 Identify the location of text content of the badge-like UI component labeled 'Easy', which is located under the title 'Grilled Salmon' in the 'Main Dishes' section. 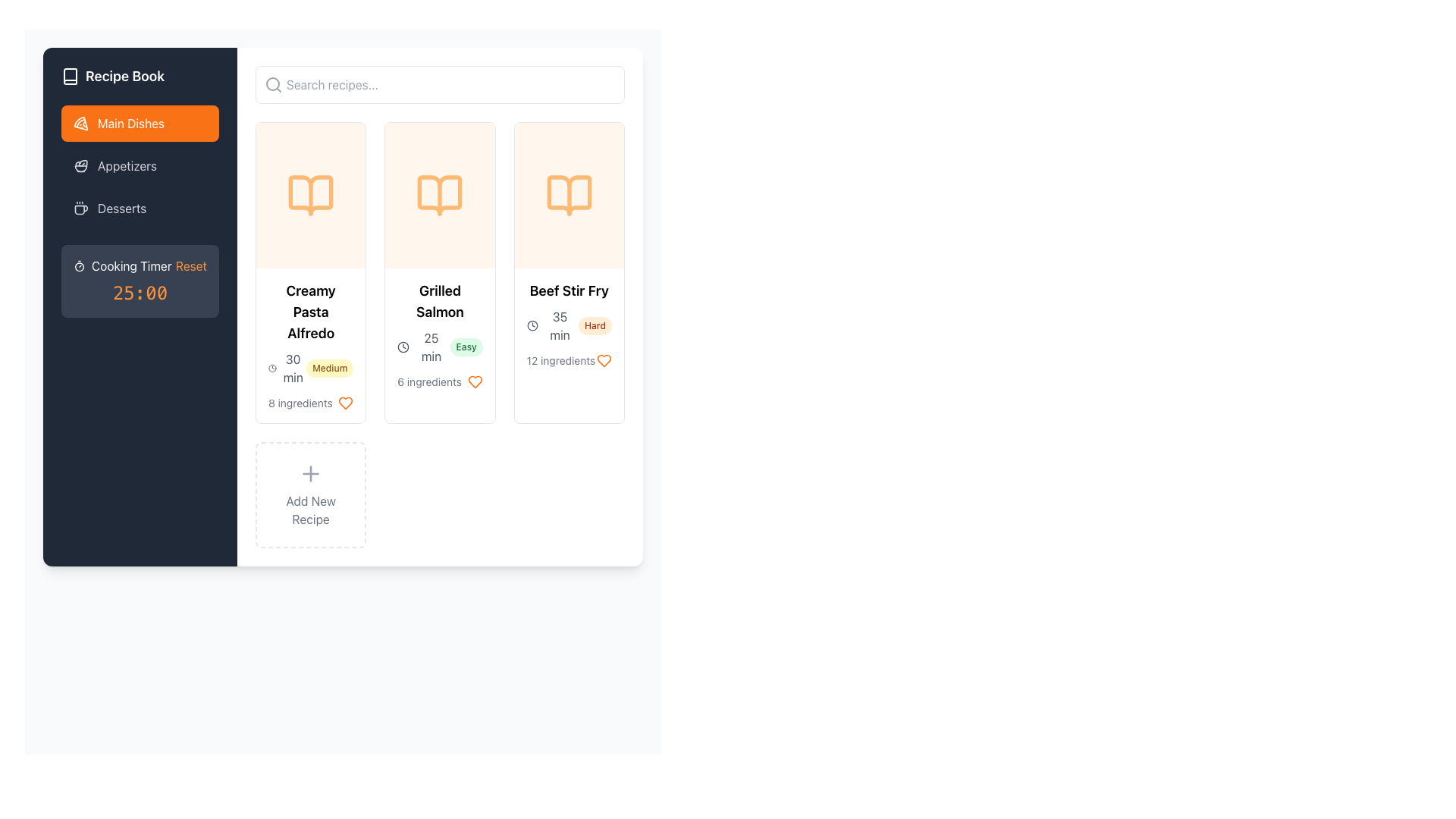
(466, 347).